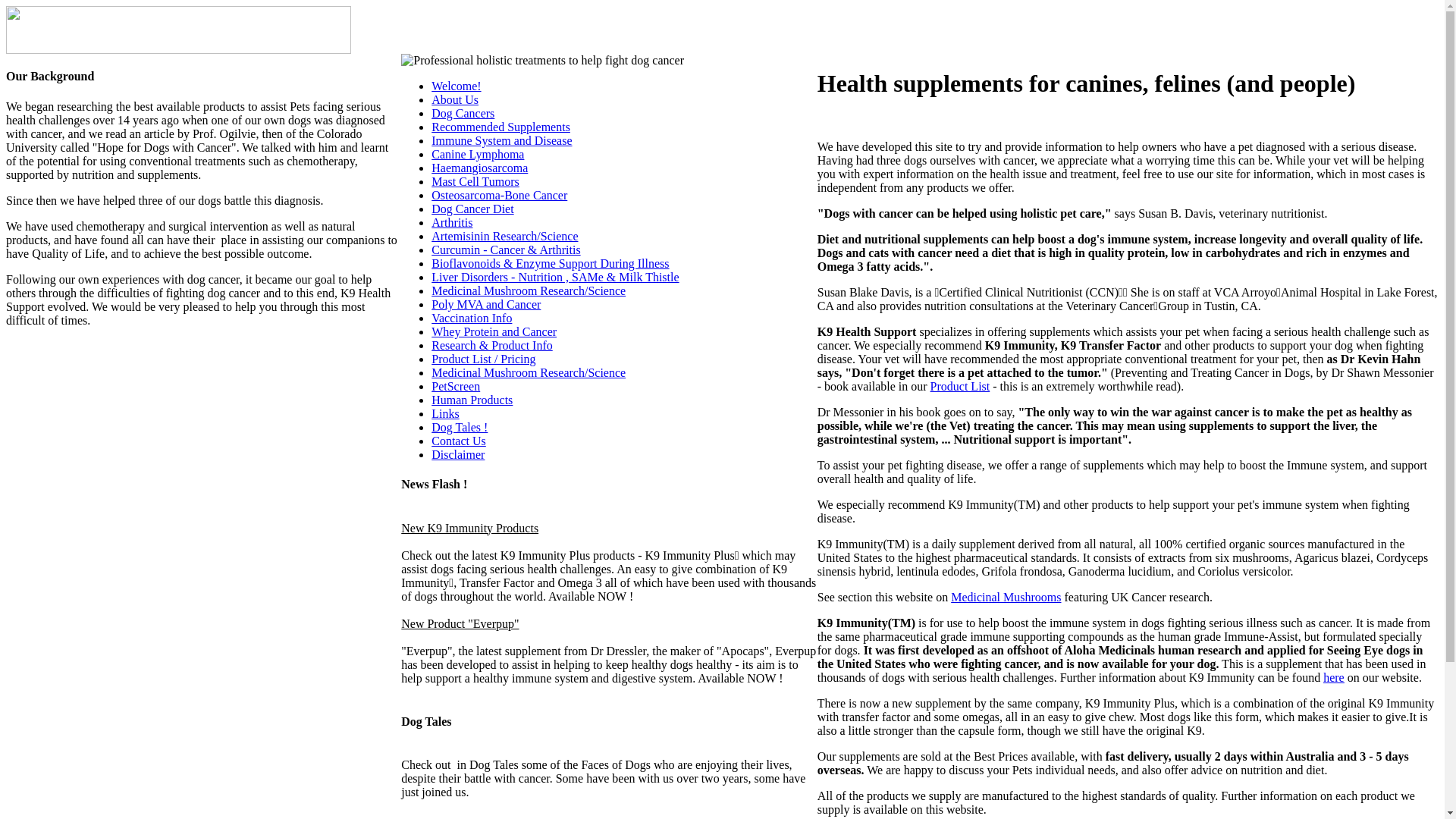  What do you see at coordinates (500, 126) in the screenshot?
I see `'Recommended Supplements'` at bounding box center [500, 126].